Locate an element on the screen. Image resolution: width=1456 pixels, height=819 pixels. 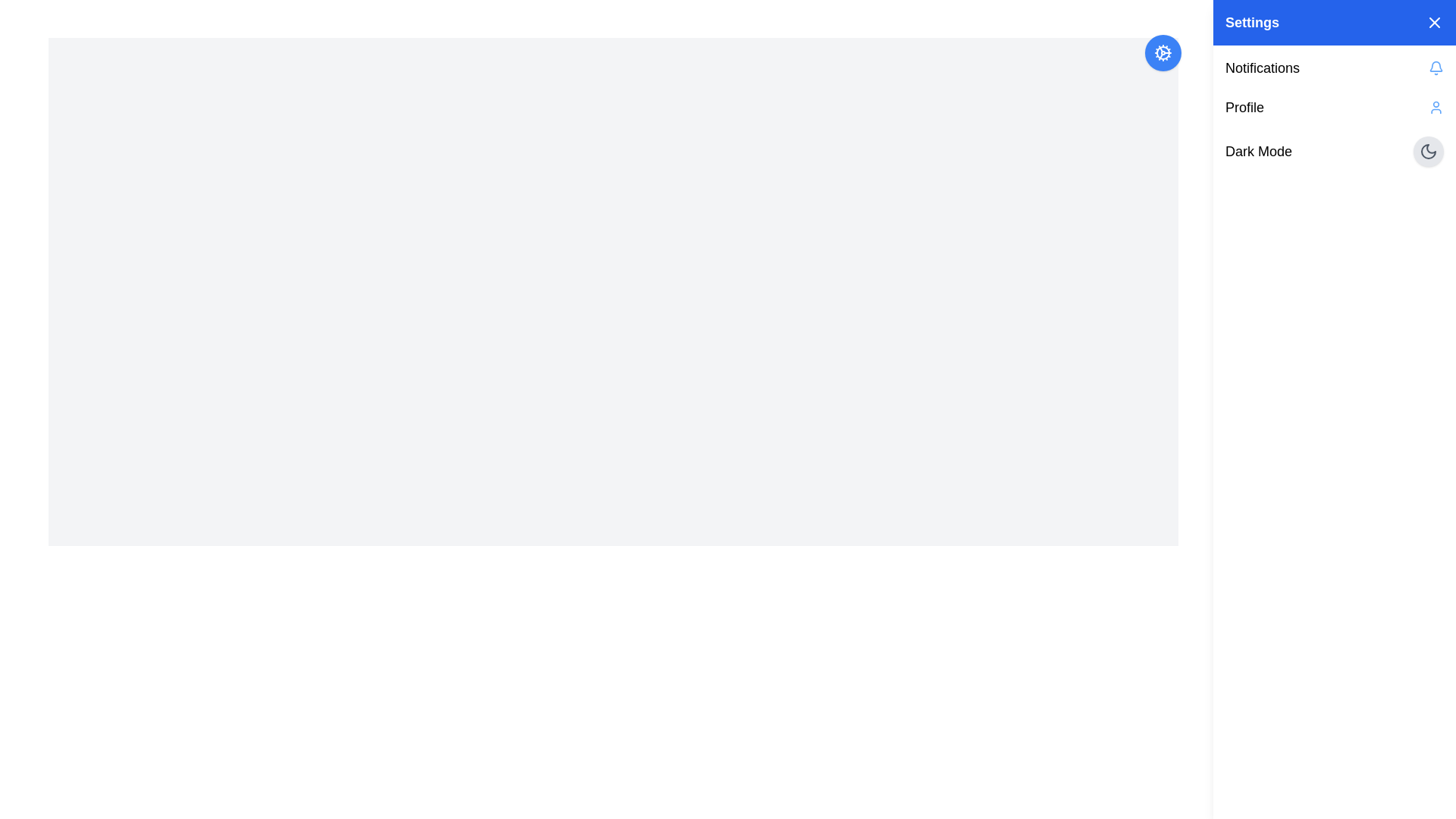
the user information or profile settings icon located on the far-right side of the settings panel, aligned with the 'Profile' label is located at coordinates (1436, 107).